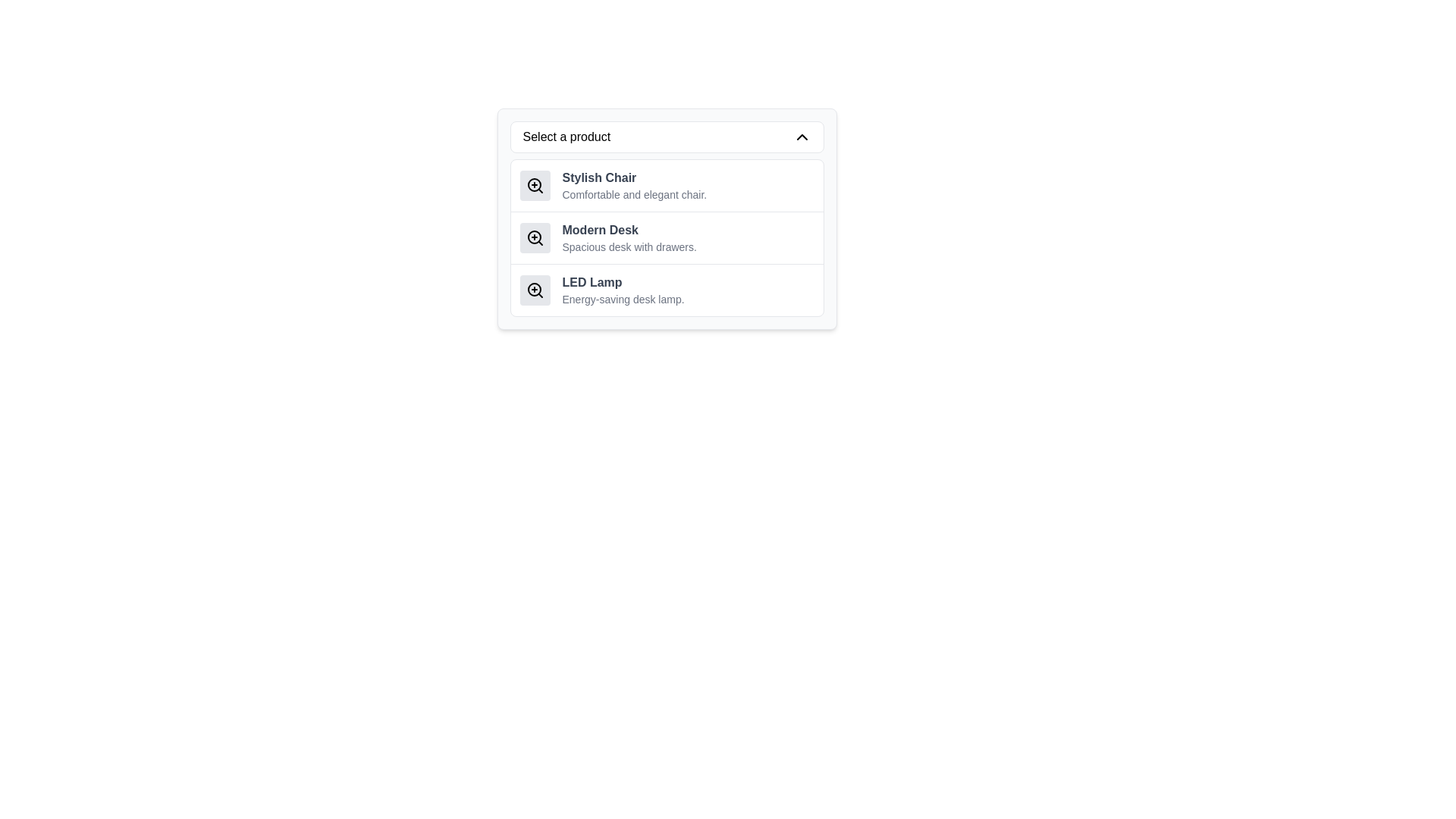  Describe the element at coordinates (613, 185) in the screenshot. I see `the product description element for 'Stylish Chair'` at that location.